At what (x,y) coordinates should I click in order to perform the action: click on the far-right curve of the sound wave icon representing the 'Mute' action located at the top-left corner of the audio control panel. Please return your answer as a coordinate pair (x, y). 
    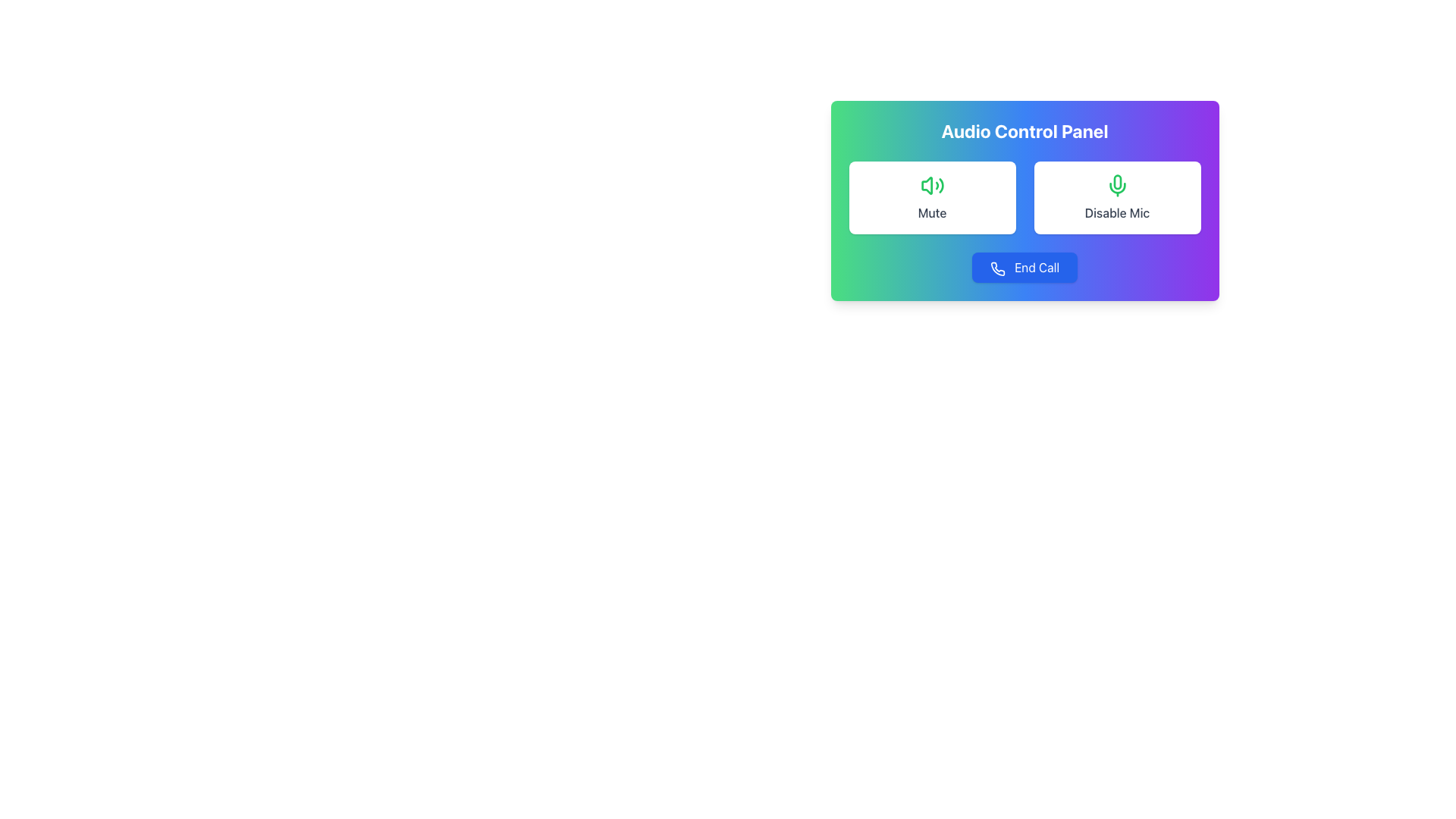
    Looking at the image, I should click on (940, 185).